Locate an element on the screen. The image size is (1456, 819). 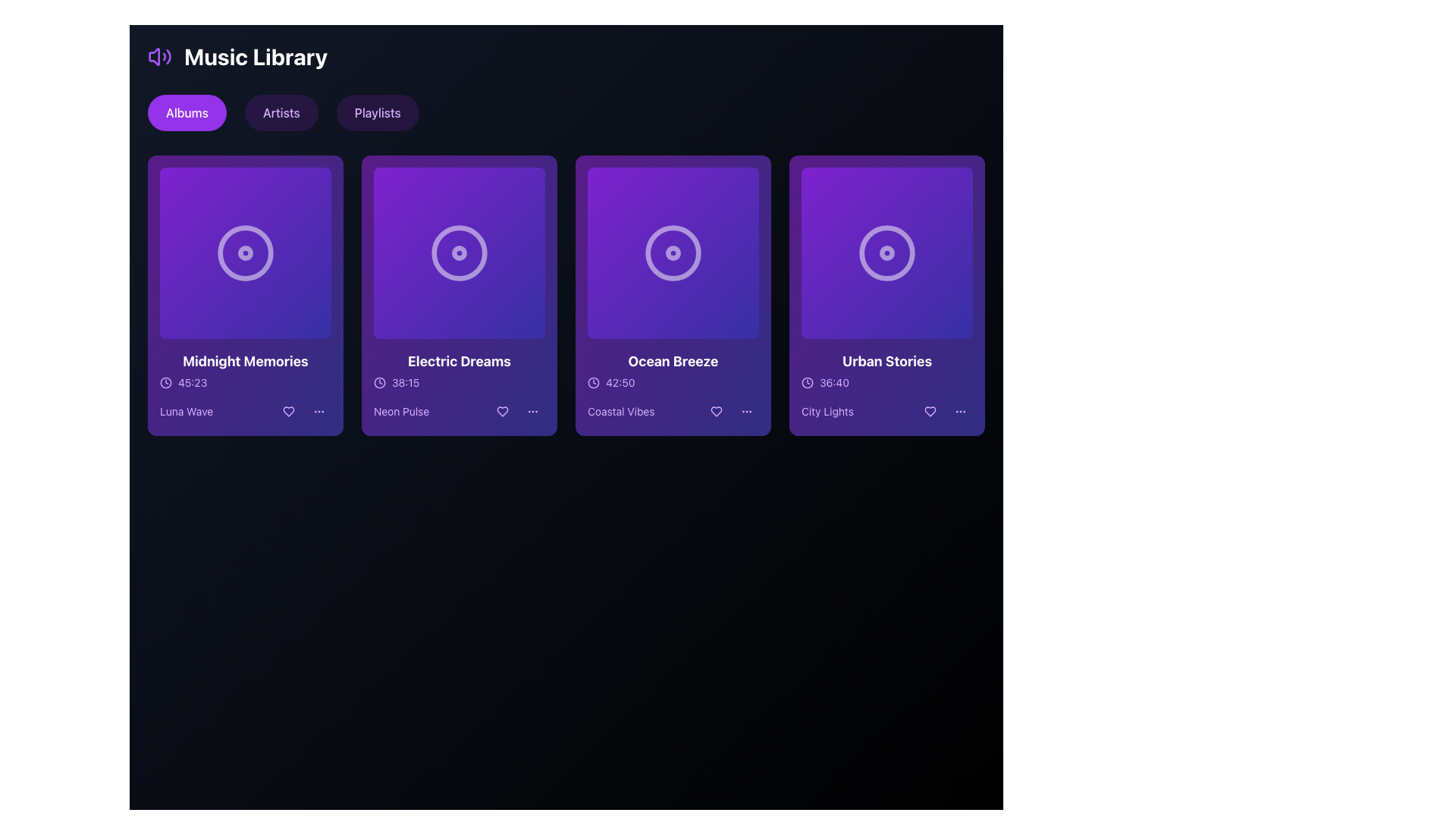
the small circular clock icon with a gray outline located on the second card in the horizontal list, positioned to the left of the text '38:15' is located at coordinates (379, 382).